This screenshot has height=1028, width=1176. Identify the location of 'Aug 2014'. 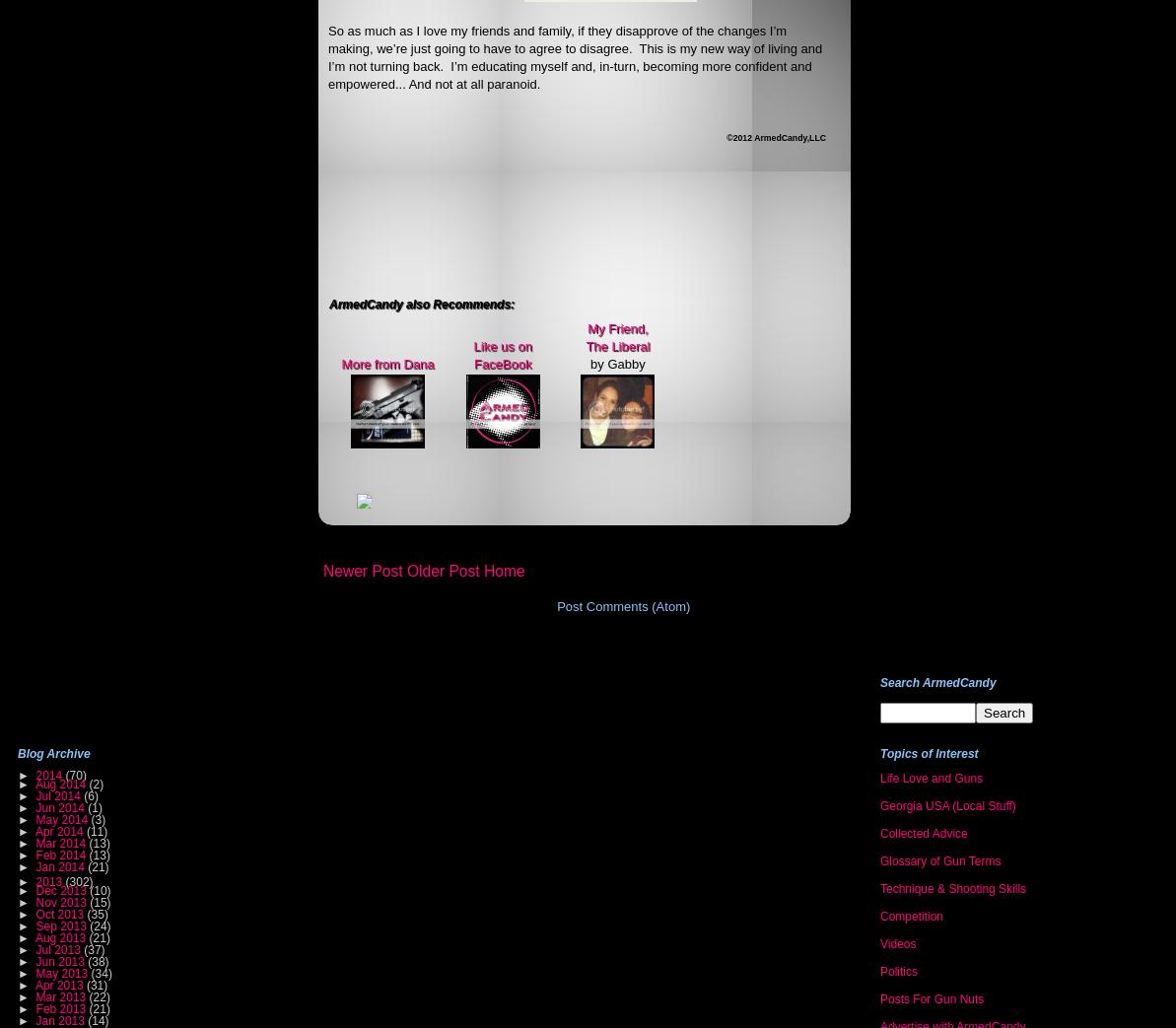
(34, 782).